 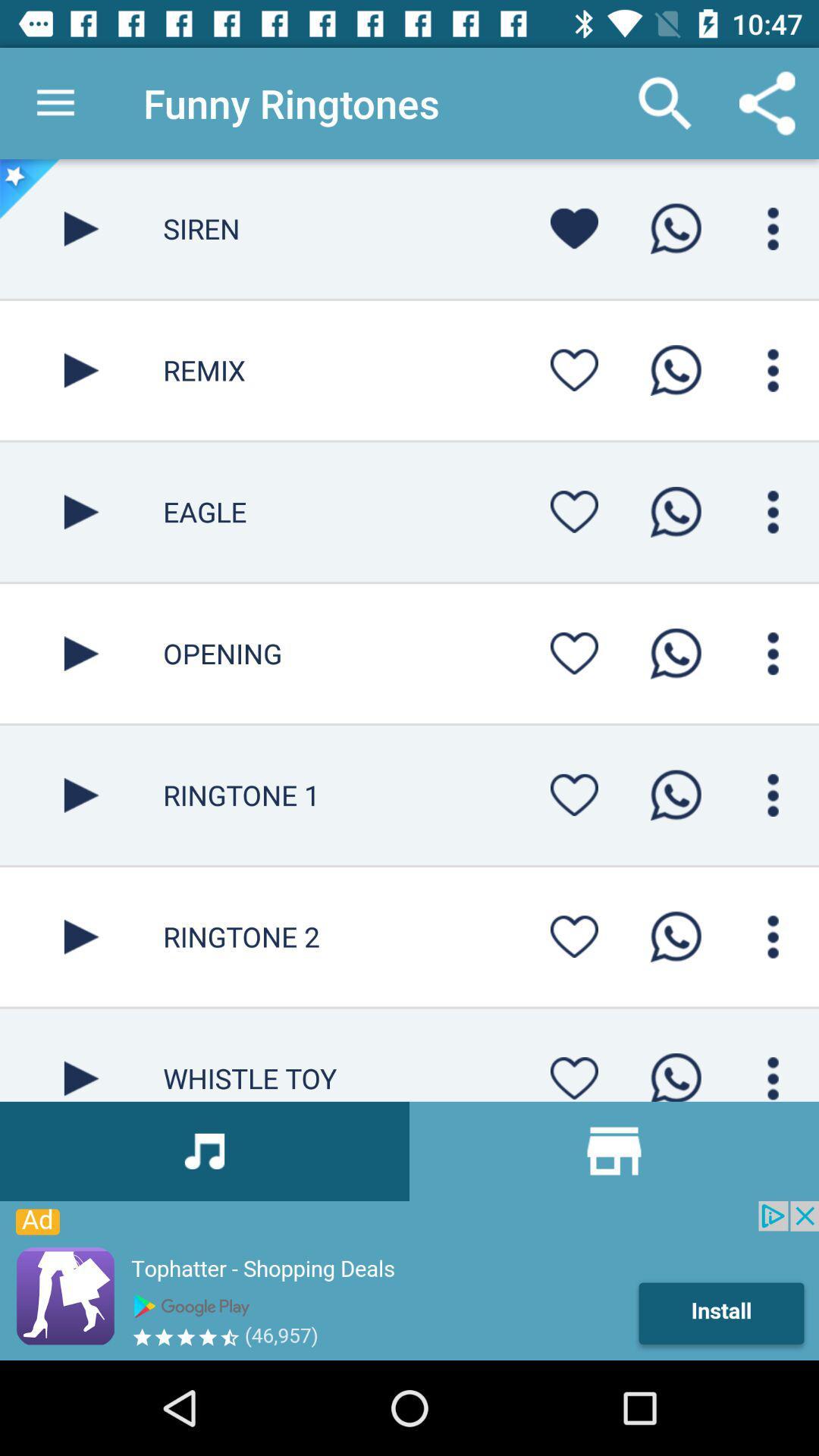 What do you see at coordinates (574, 936) in the screenshot?
I see `mark it as a favorite ringtone` at bounding box center [574, 936].